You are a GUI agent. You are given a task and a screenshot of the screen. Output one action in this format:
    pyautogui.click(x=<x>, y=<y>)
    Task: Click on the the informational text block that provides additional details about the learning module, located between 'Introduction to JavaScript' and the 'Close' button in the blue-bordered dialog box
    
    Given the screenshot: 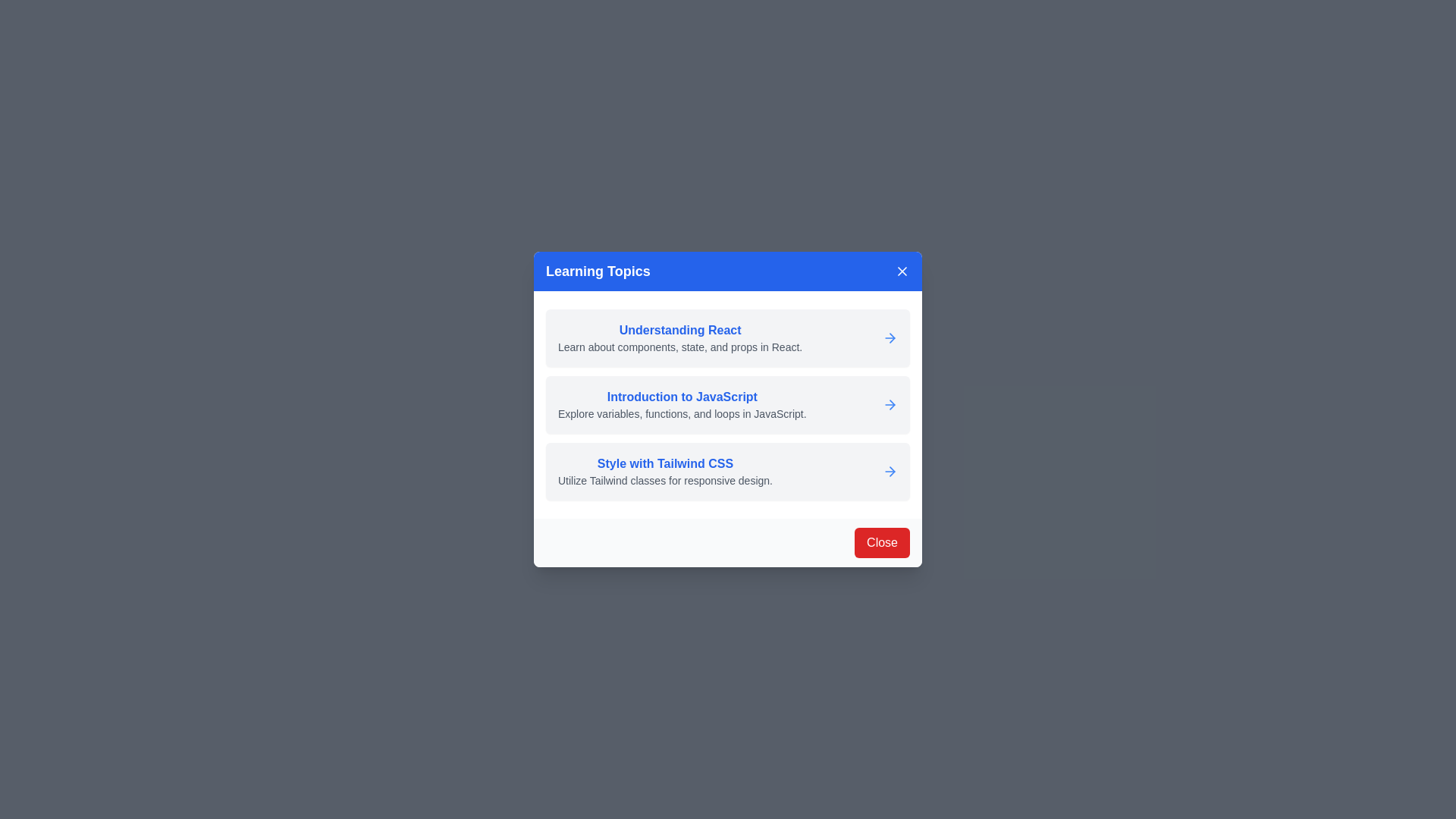 What is the action you would take?
    pyautogui.click(x=665, y=470)
    